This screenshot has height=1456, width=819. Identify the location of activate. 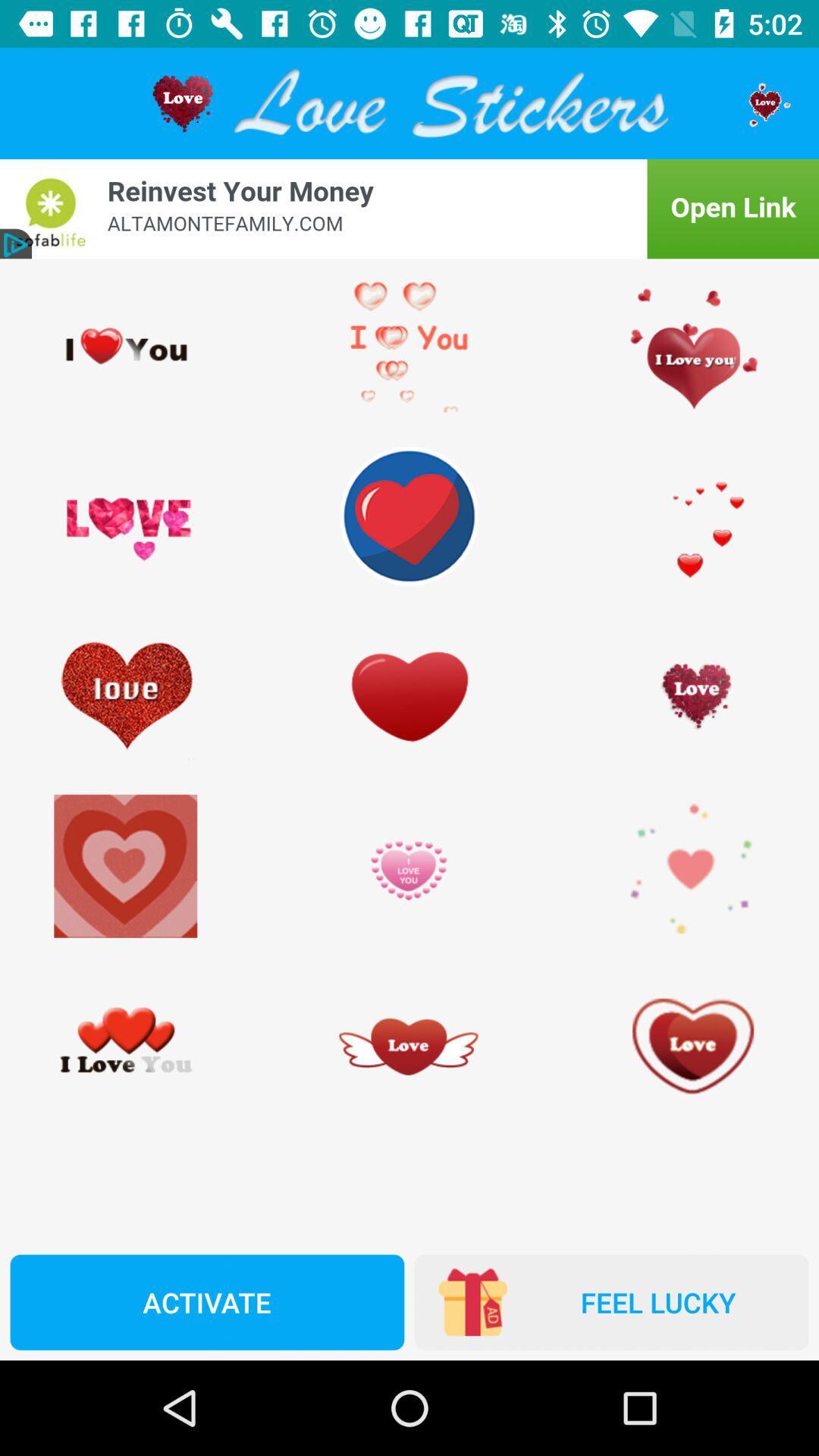
(207, 1301).